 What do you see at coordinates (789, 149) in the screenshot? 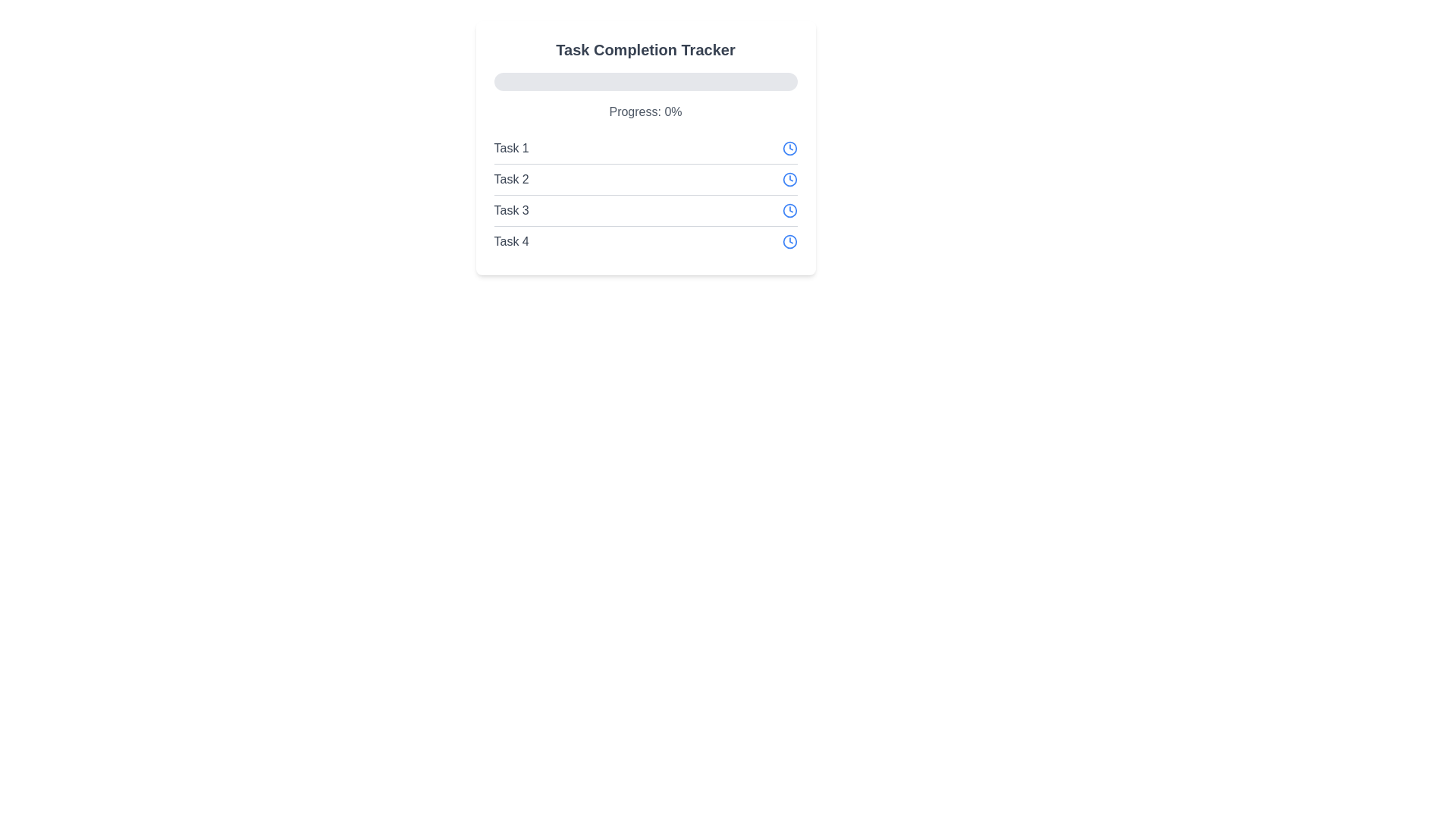
I see `the outer circle part of the clock-like icon representing the timer for Task 1 in the Task Completion Tracker interface` at bounding box center [789, 149].